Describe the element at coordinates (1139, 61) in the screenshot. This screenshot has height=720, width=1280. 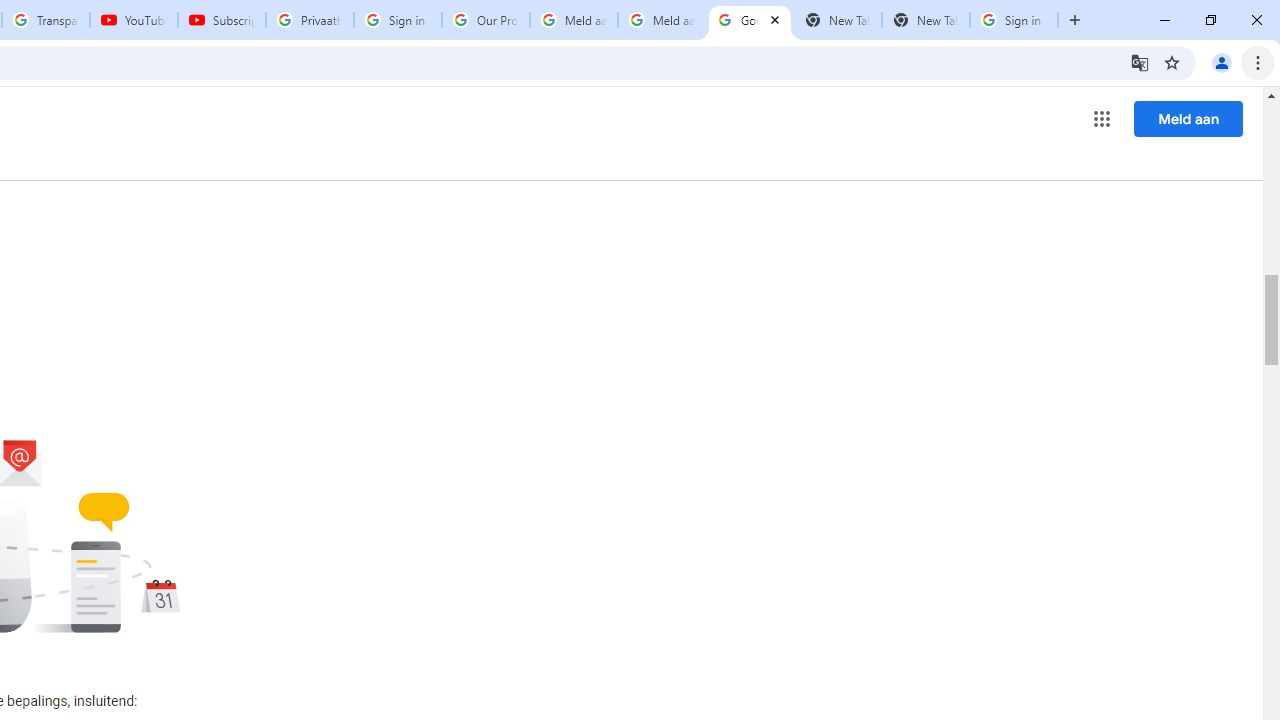
I see `'Translate this page'` at that location.